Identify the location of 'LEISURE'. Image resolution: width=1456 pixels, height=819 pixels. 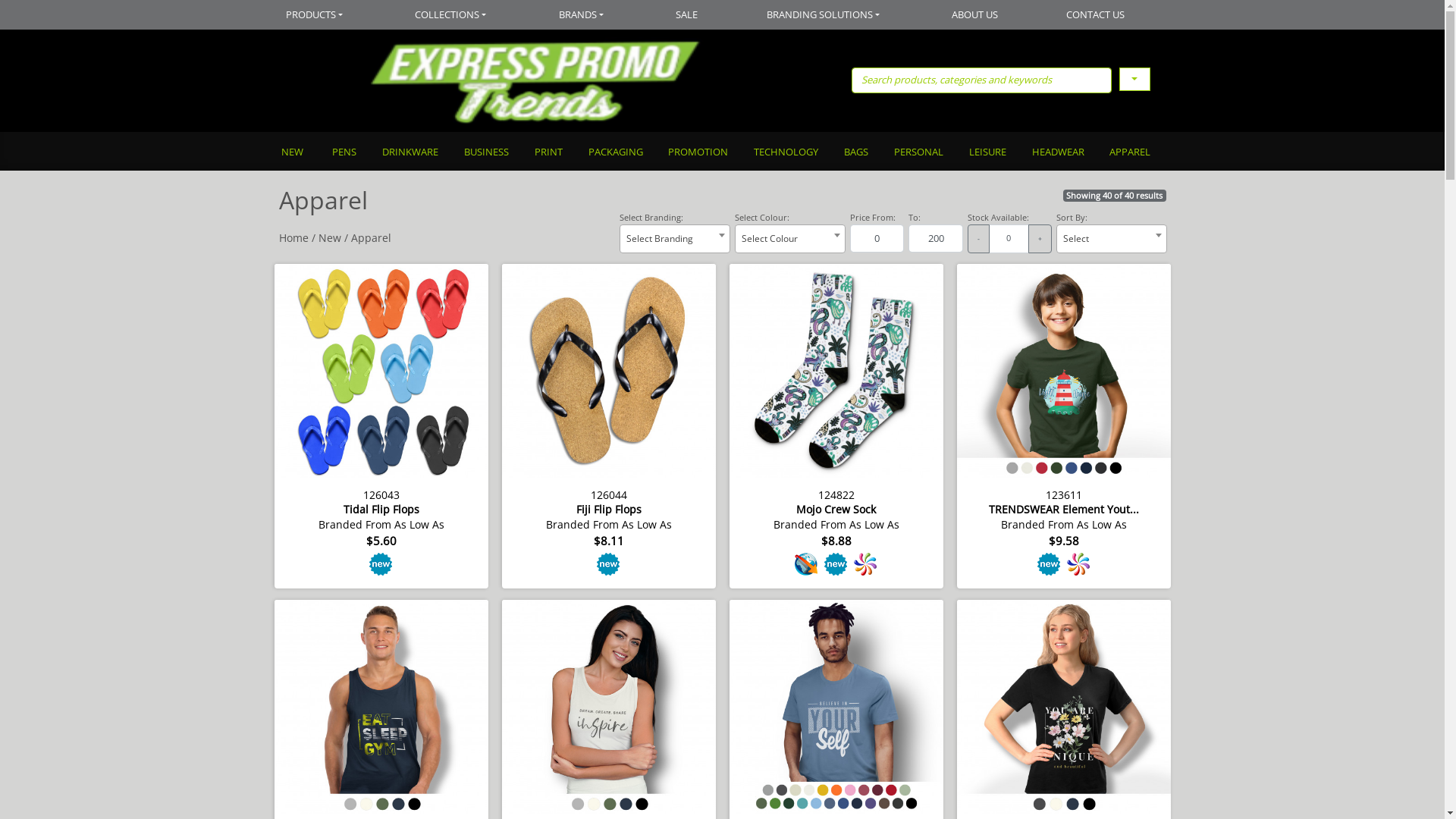
(954, 152).